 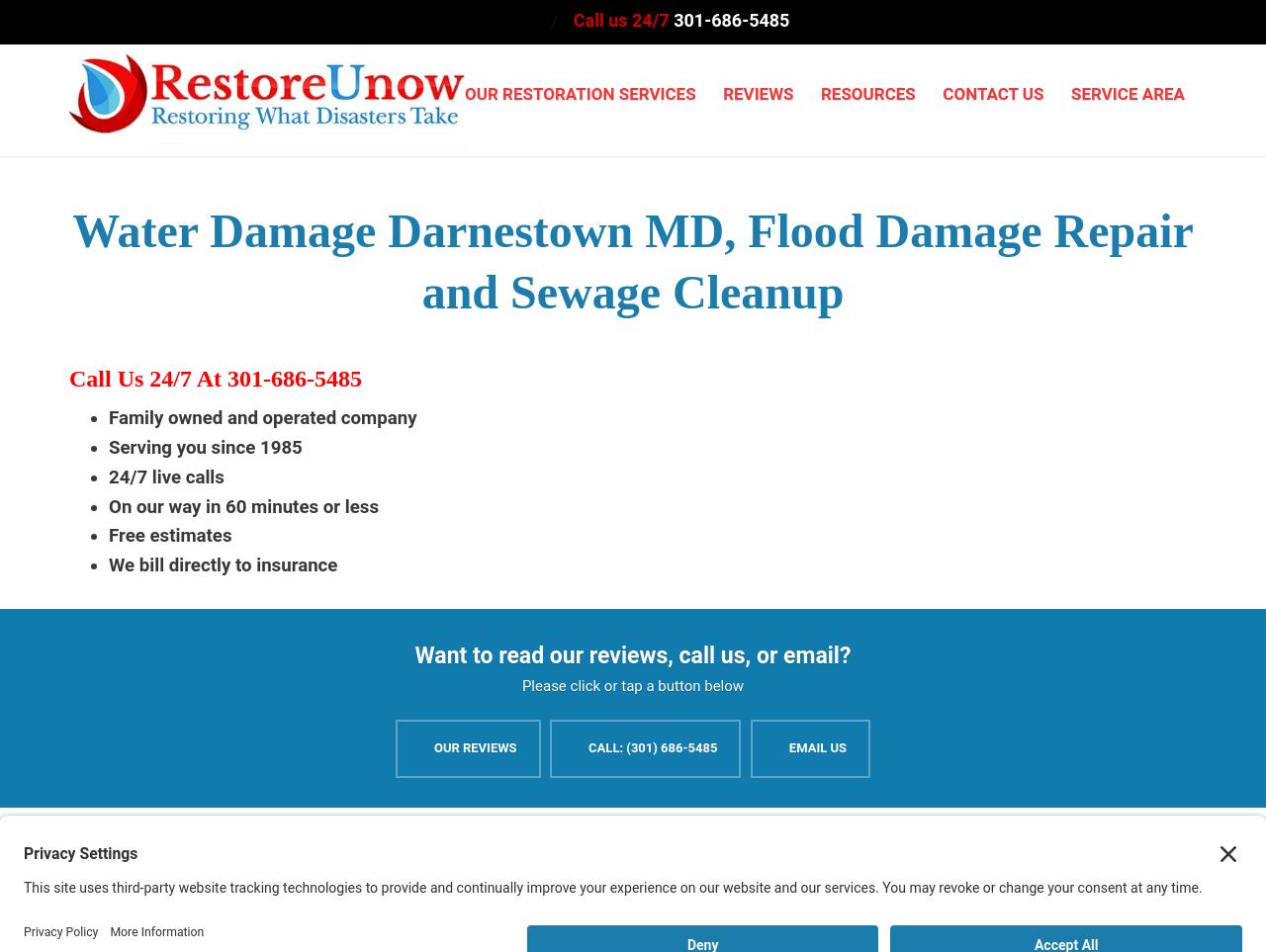 What do you see at coordinates (841, 454) in the screenshot?
I see `'Commercial Mold Removal'` at bounding box center [841, 454].